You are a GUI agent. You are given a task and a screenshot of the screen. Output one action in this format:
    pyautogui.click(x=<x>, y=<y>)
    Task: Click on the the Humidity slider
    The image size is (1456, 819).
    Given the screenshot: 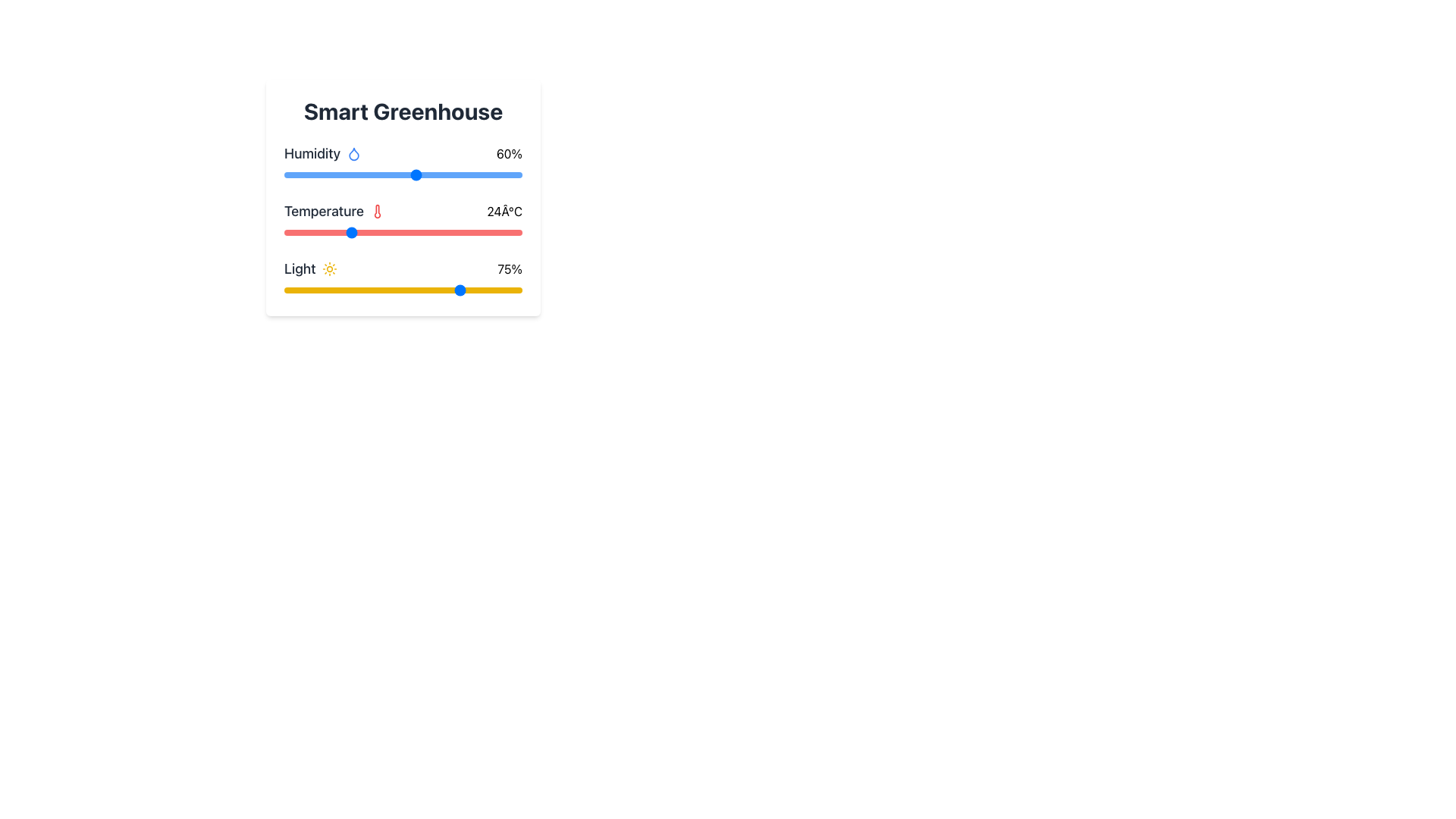 What is the action you would take?
    pyautogui.click(x=395, y=174)
    